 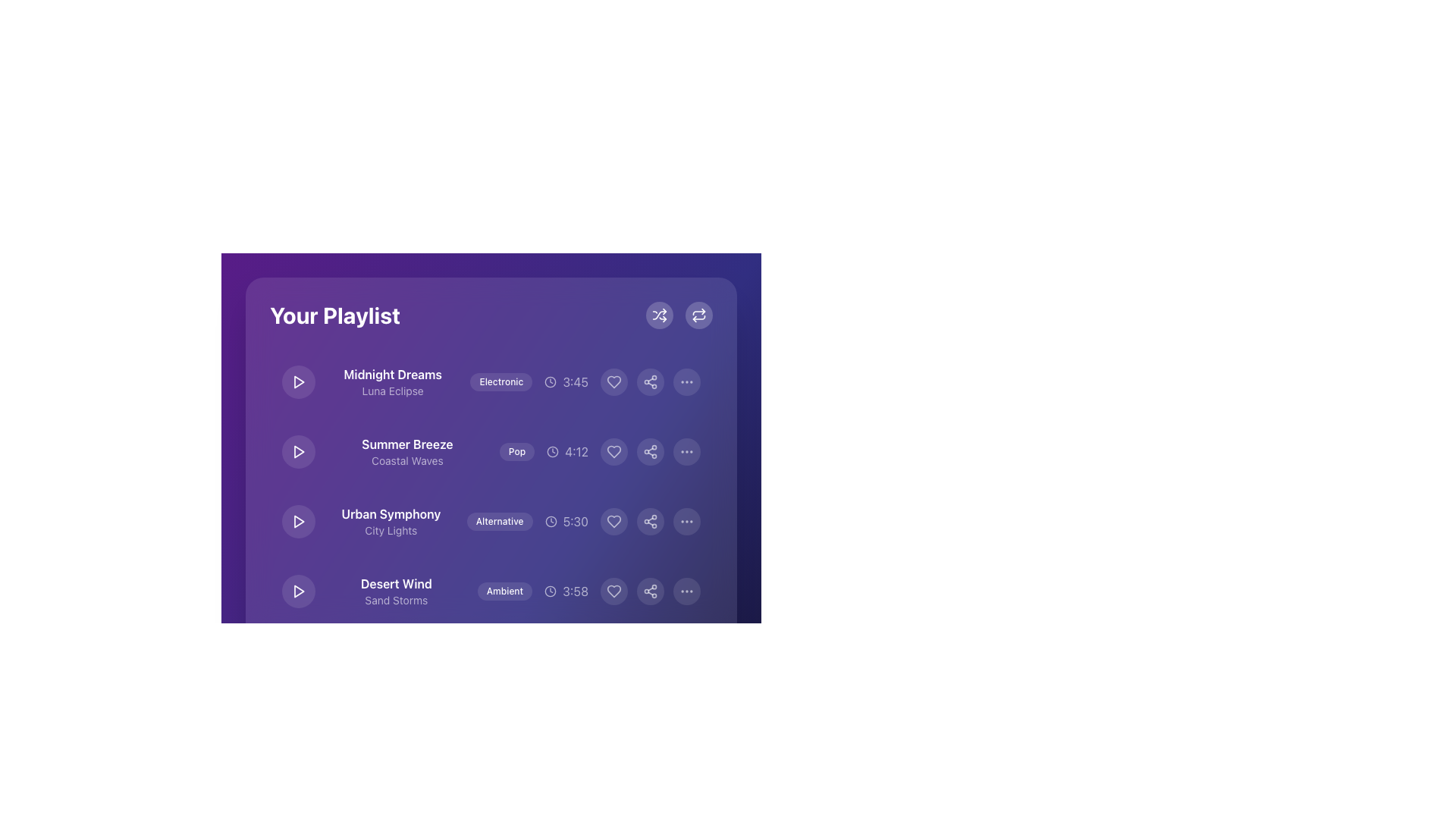 What do you see at coordinates (298, 590) in the screenshot?
I see `the triangular play icon with a white outline and a slightly transparent purple background located in the bottom-most row of the playlist adjacent to the text 'Desert Wind'` at bounding box center [298, 590].